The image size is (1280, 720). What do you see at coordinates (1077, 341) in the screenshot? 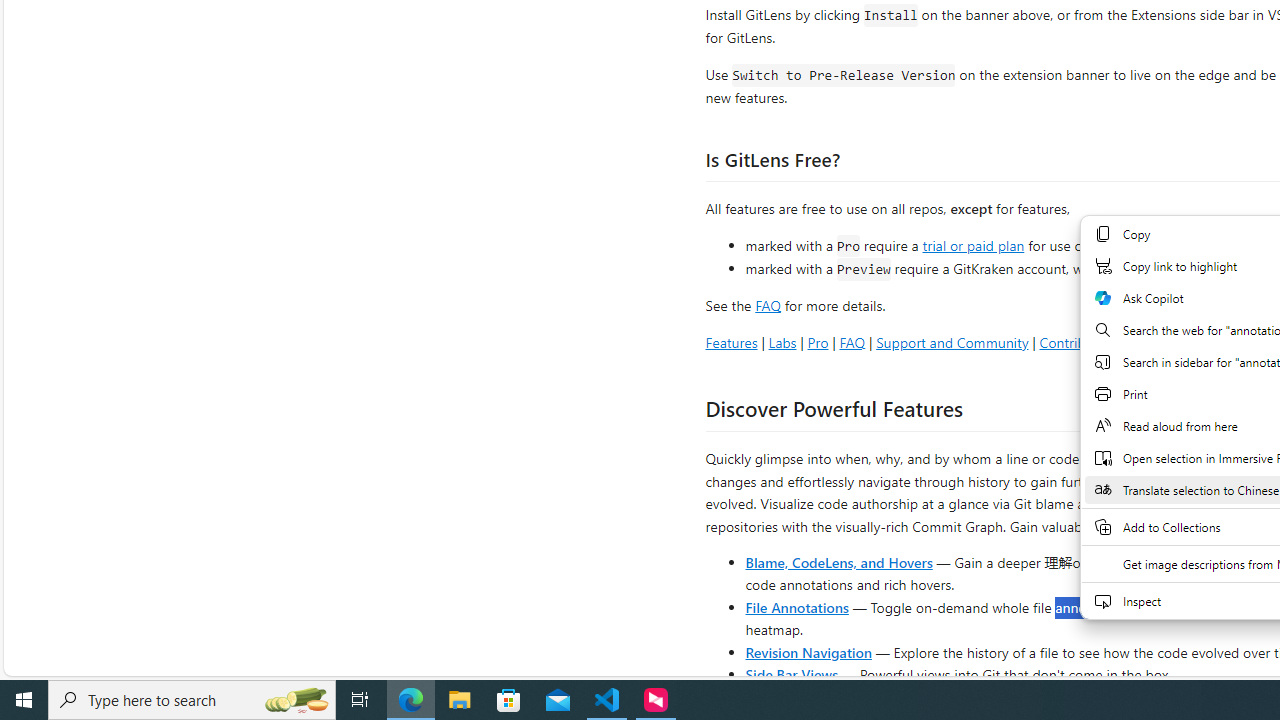
I see `'Contributing'` at bounding box center [1077, 341].